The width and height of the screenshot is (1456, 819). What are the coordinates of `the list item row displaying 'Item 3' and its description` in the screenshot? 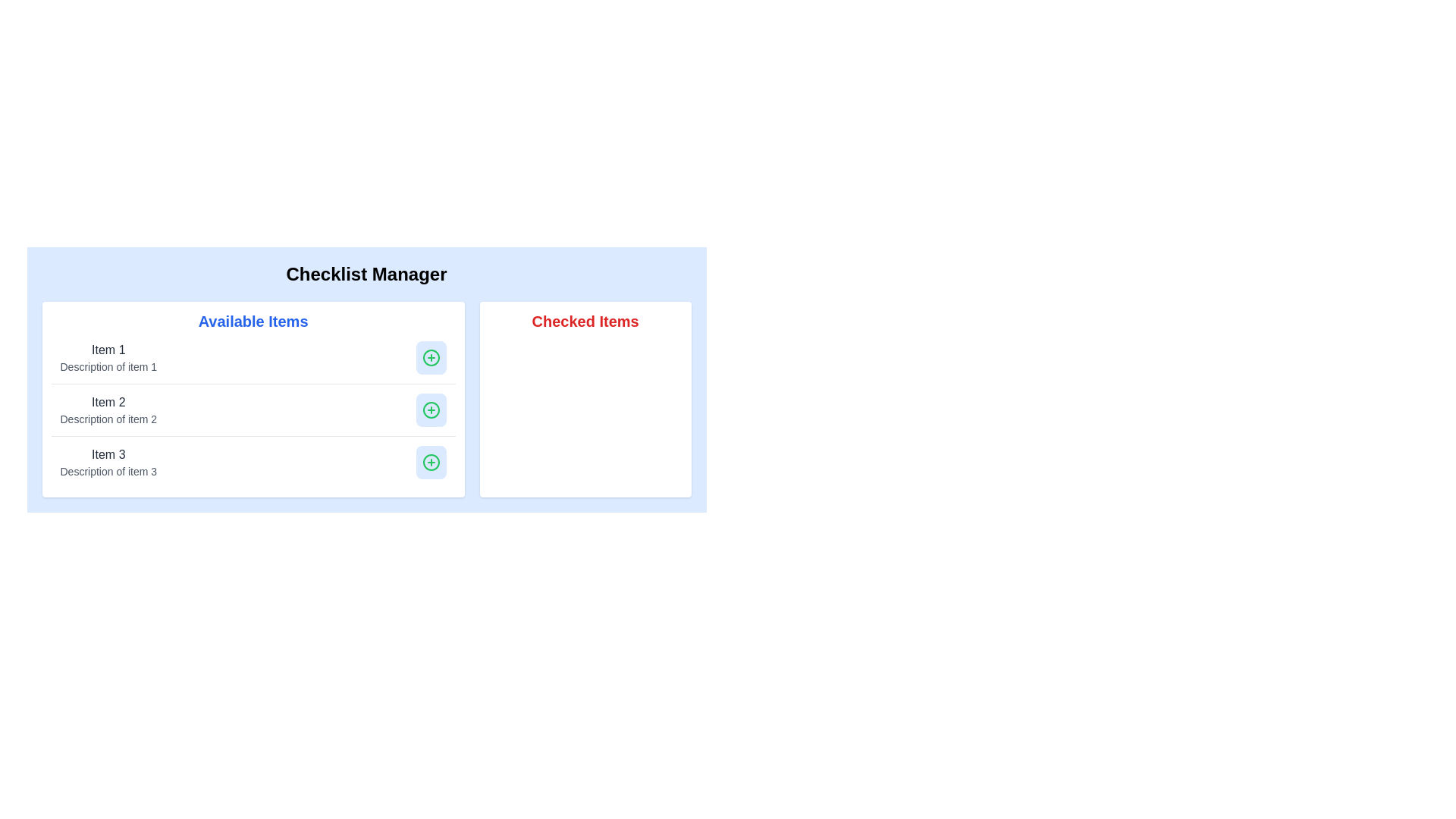 It's located at (253, 461).